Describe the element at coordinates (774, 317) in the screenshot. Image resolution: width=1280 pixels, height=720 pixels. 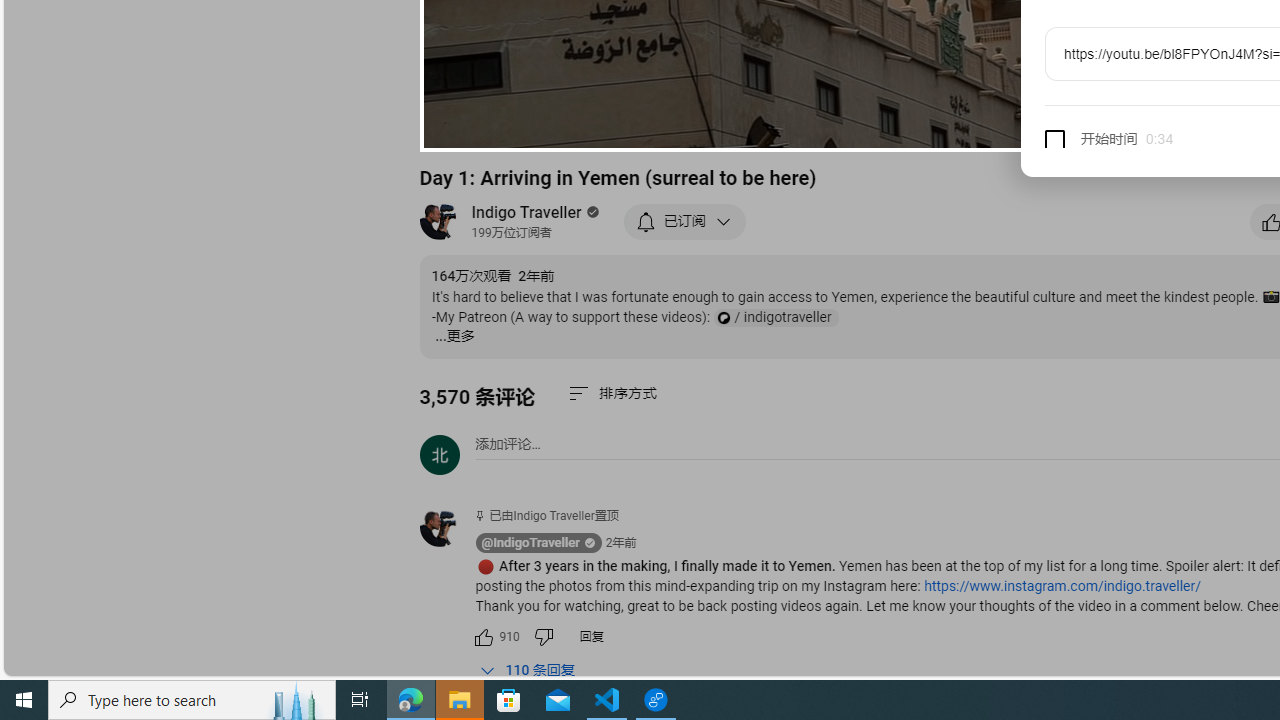
I see `'Patreon Channel Link: indigotraveller'` at that location.